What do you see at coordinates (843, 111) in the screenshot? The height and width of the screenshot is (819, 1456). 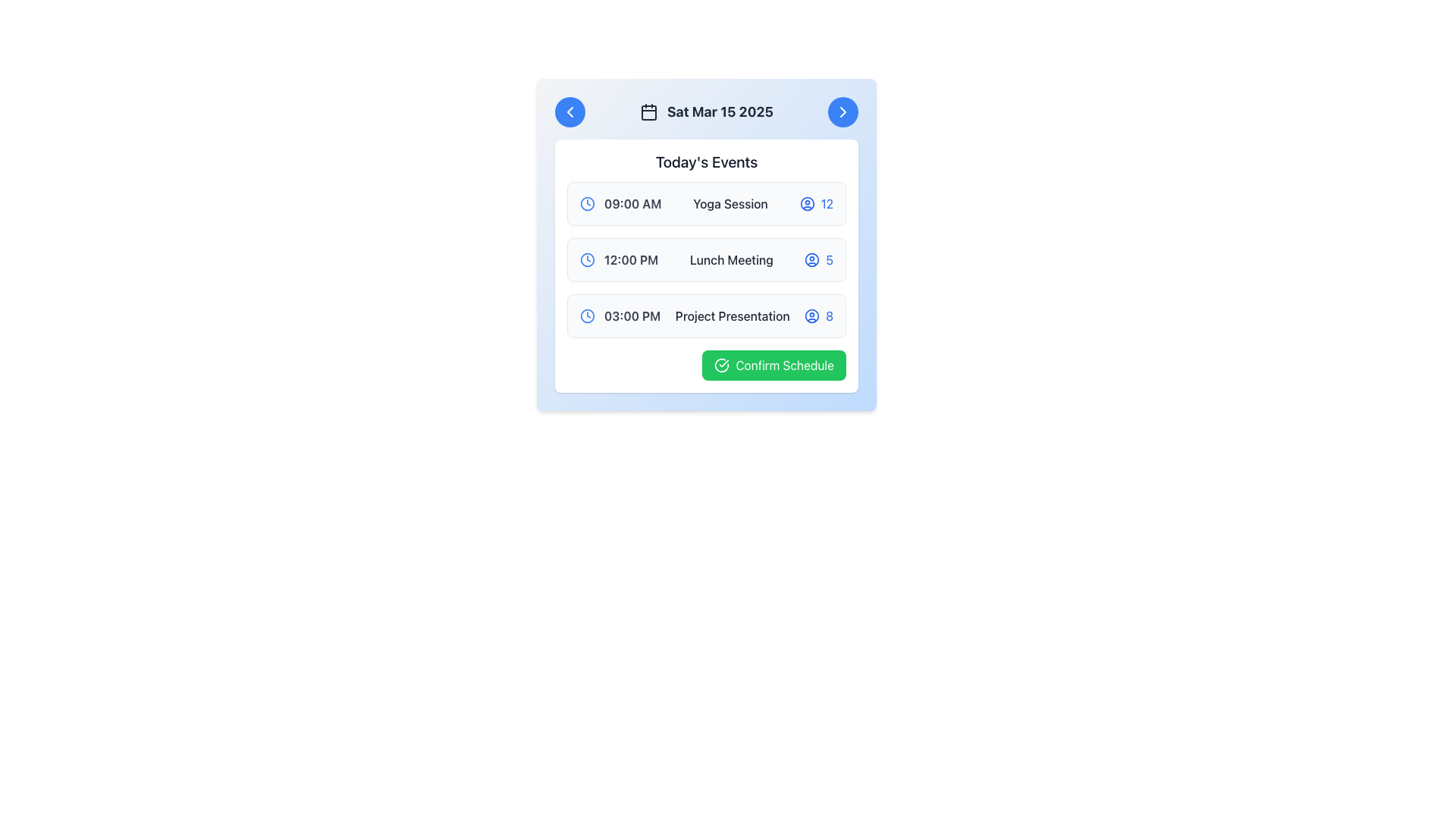 I see `the small, circular blue button with a white chevron icon` at bounding box center [843, 111].